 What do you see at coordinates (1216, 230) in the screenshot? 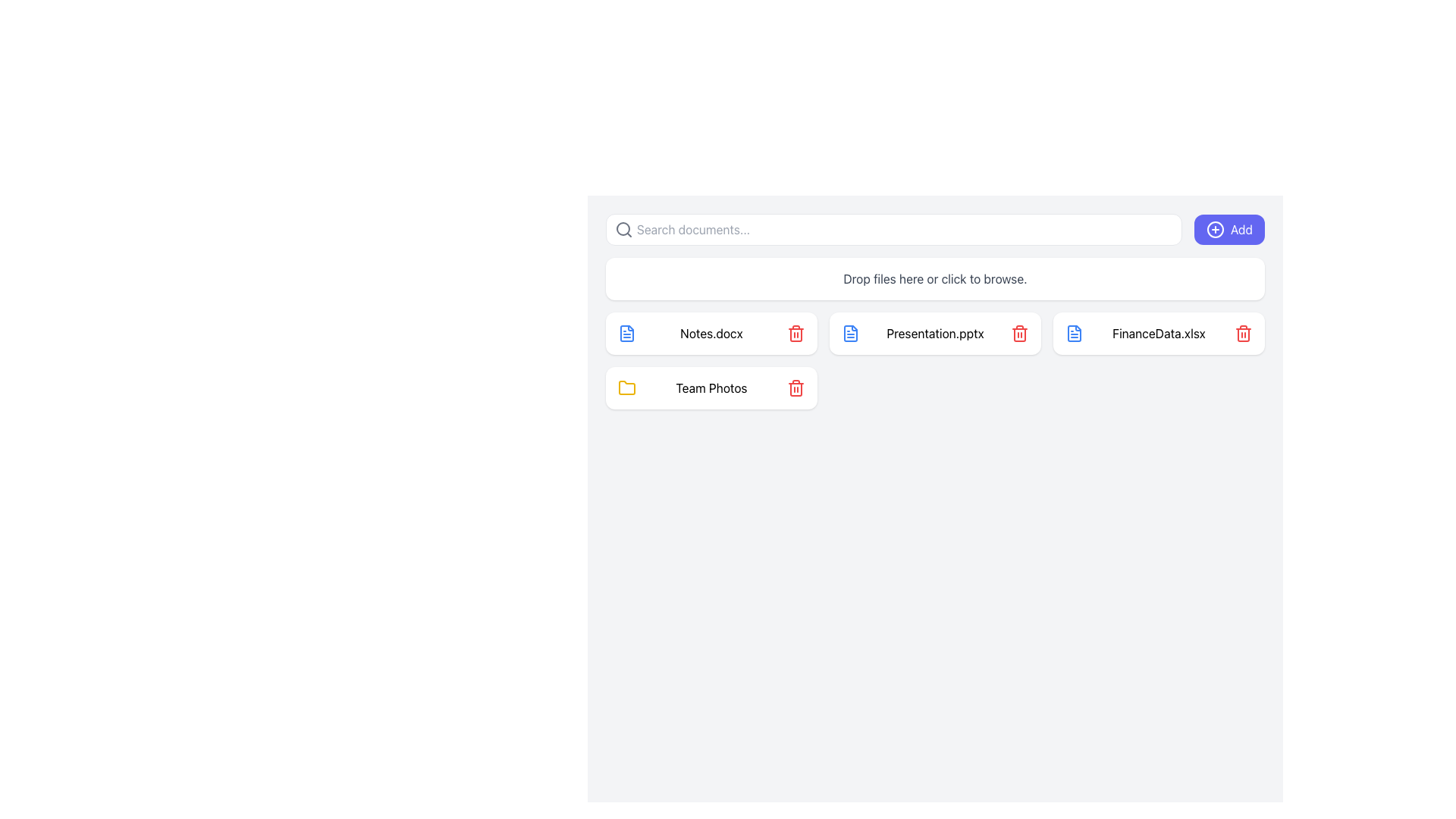
I see `the icon representing the action` at bounding box center [1216, 230].